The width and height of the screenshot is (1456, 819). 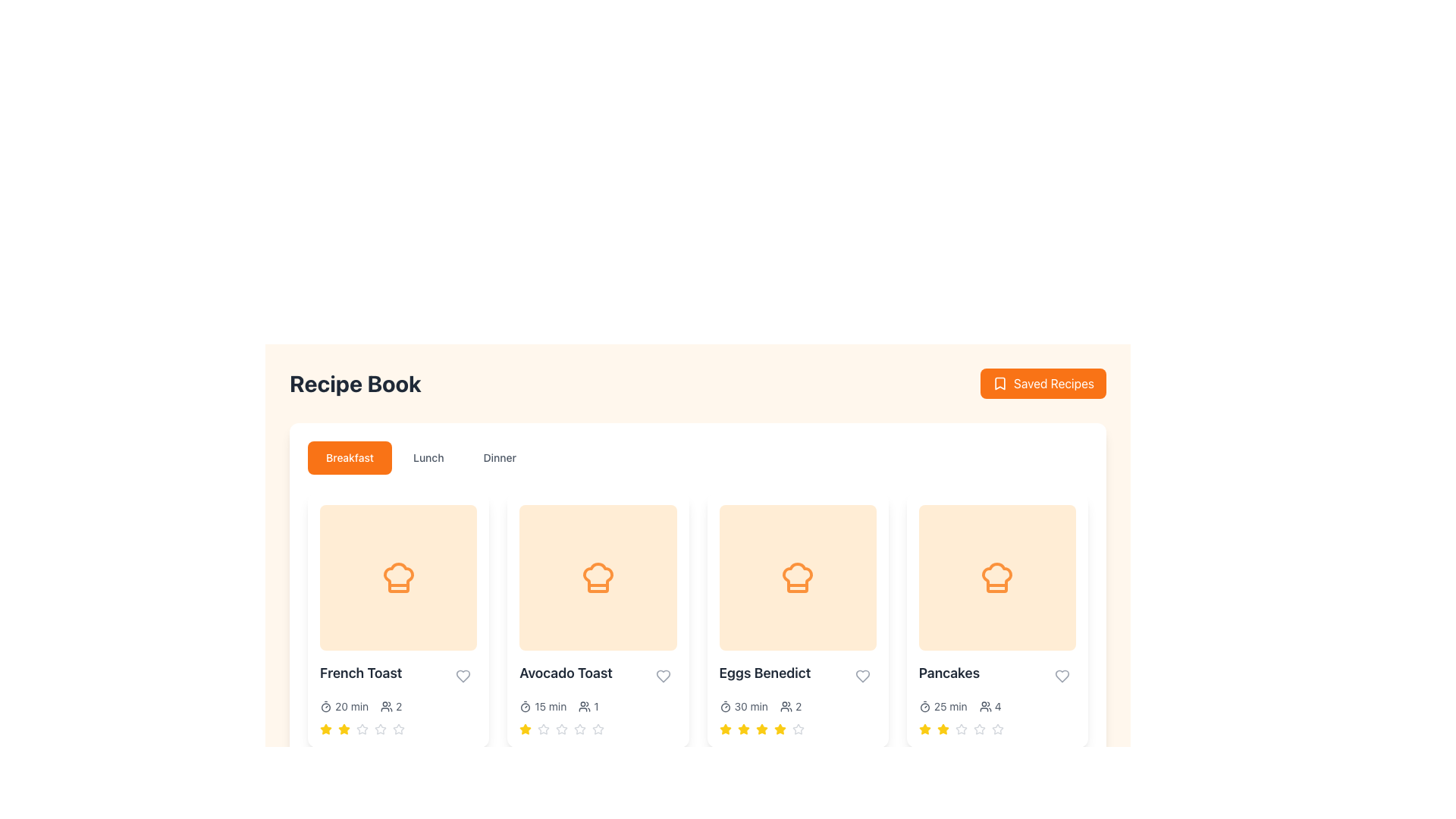 What do you see at coordinates (428, 457) in the screenshot?
I see `the 'Lunch' button, which is a light gray inactive button with rounded corners positioned in the middle of a horizontal menu under the 'Recipe Book' heading` at bounding box center [428, 457].